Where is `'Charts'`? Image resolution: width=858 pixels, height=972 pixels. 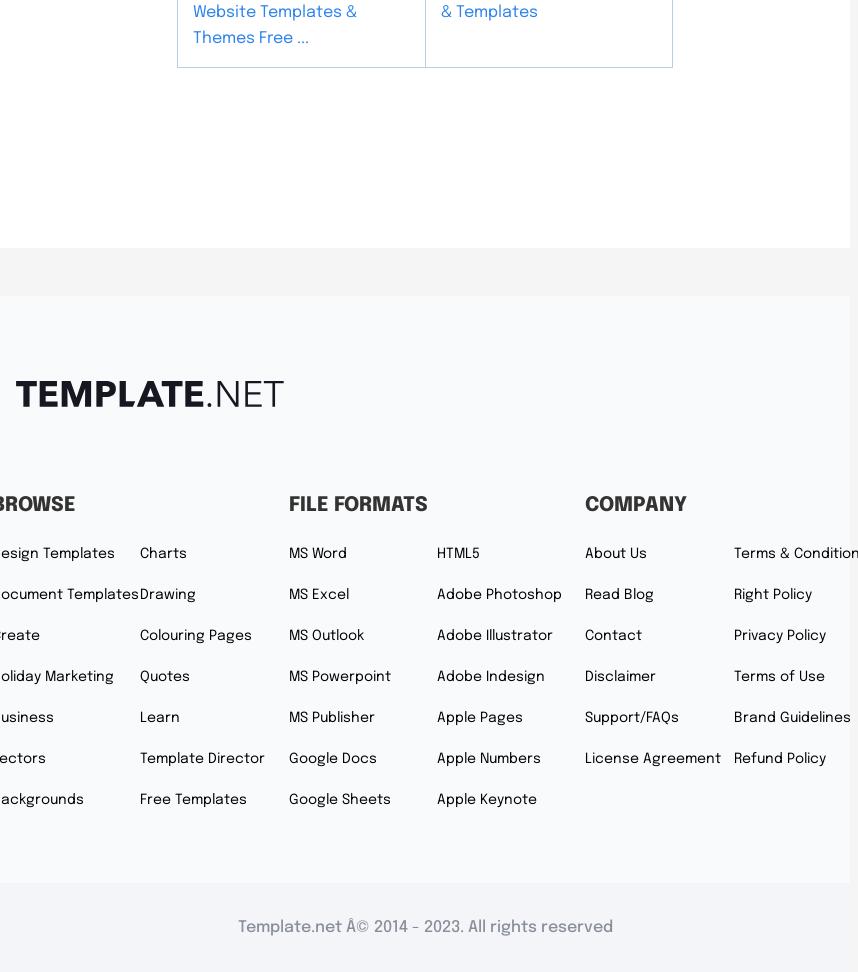 'Charts' is located at coordinates (162, 551).